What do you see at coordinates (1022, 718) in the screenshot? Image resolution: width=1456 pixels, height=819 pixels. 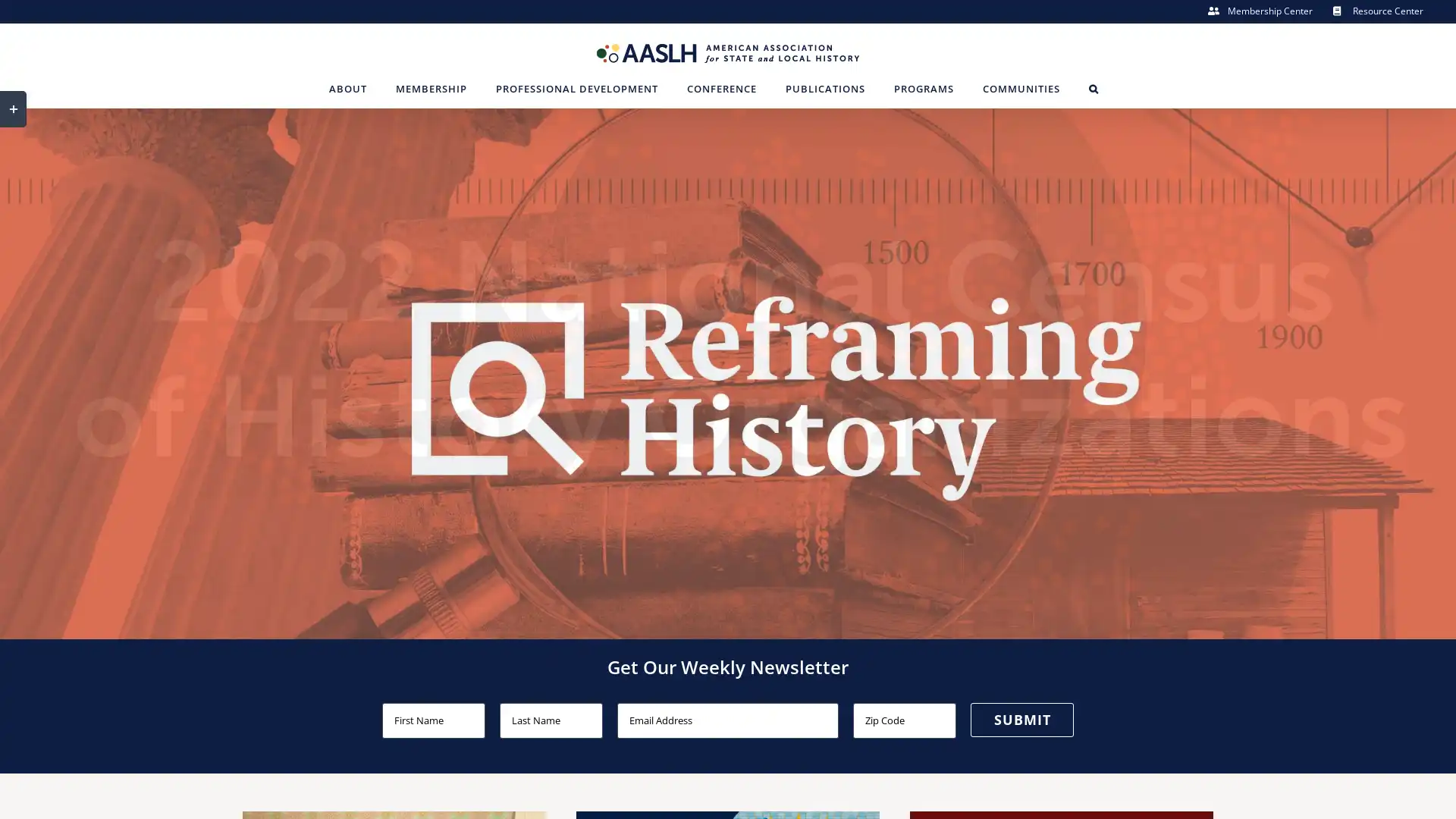 I see `Submit` at bounding box center [1022, 718].